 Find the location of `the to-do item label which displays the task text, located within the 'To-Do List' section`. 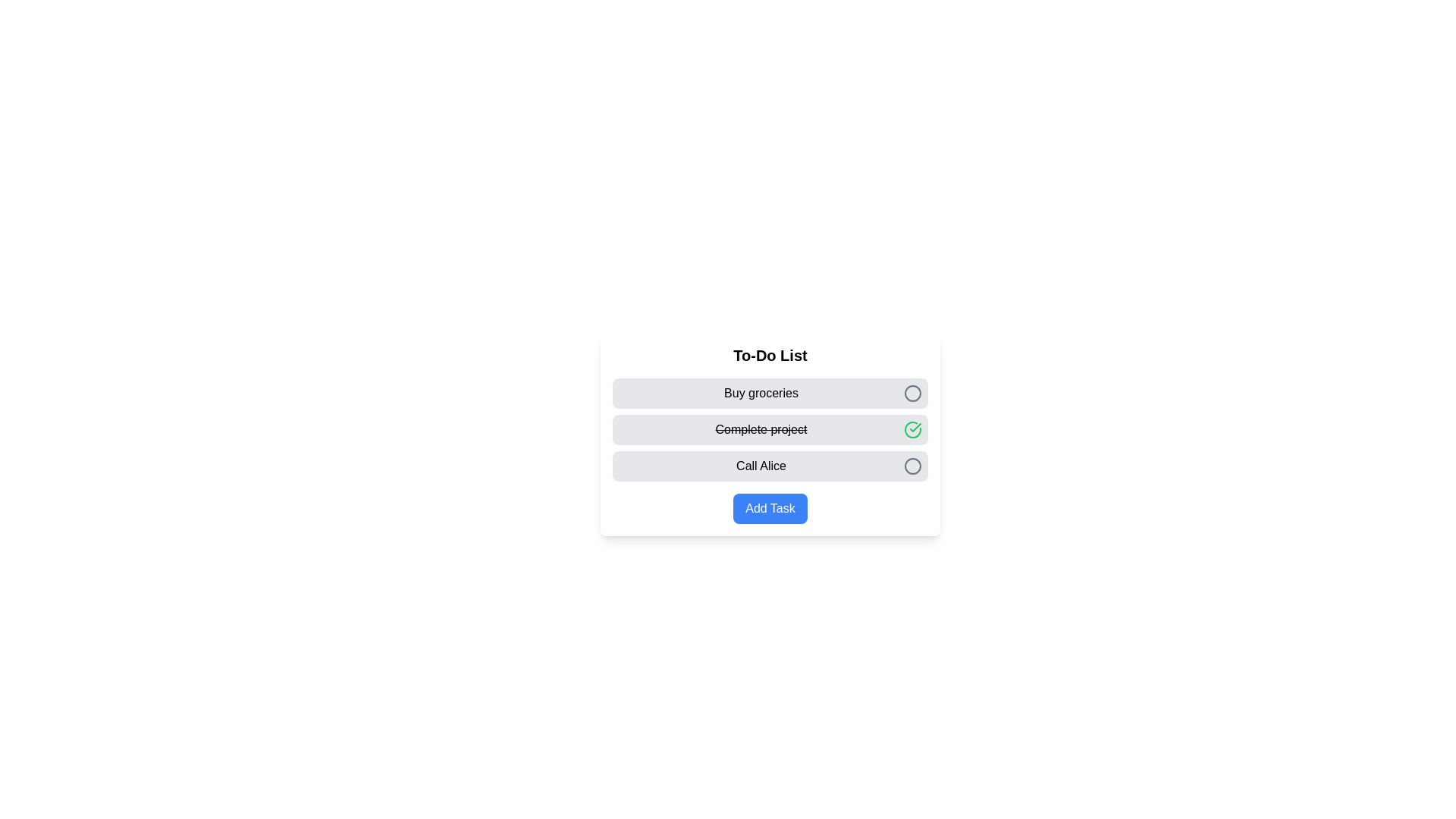

the to-do item label which displays the task text, located within the 'To-Do List' section is located at coordinates (761, 393).